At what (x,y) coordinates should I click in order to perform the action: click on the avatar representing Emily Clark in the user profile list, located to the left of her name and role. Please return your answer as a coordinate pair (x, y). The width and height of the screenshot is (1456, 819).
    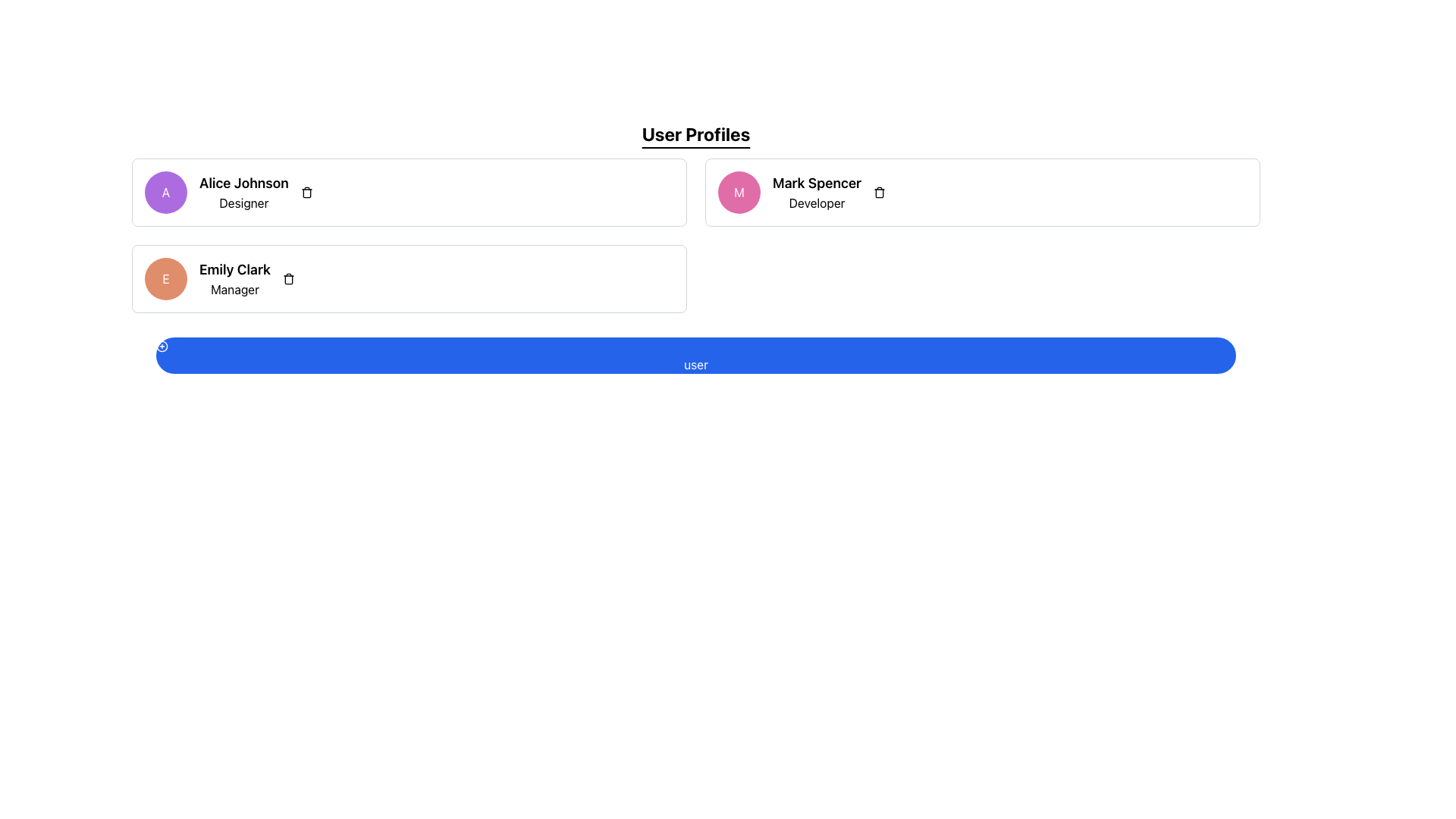
    Looking at the image, I should click on (166, 278).